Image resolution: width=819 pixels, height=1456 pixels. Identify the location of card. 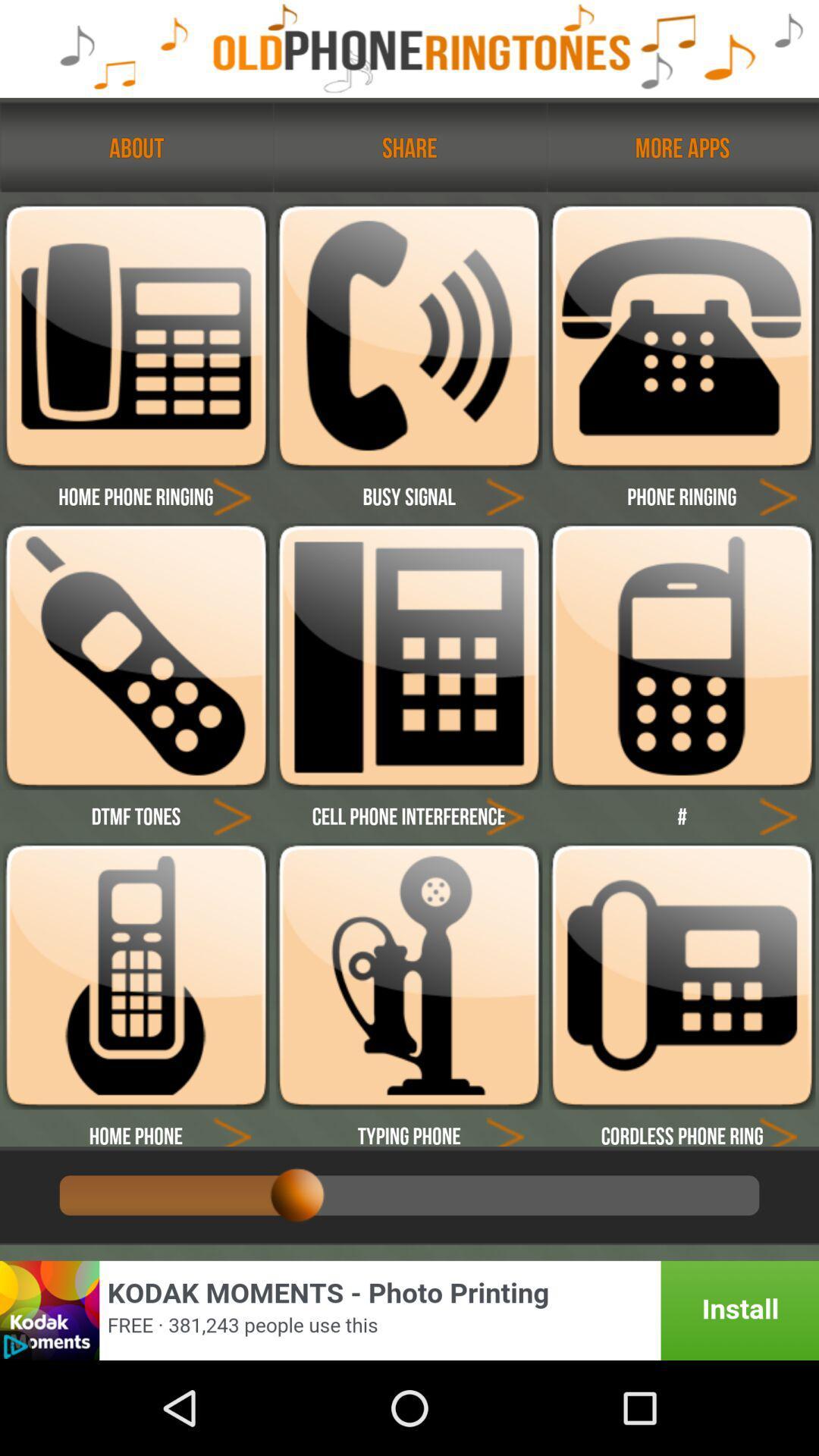
(778, 1128).